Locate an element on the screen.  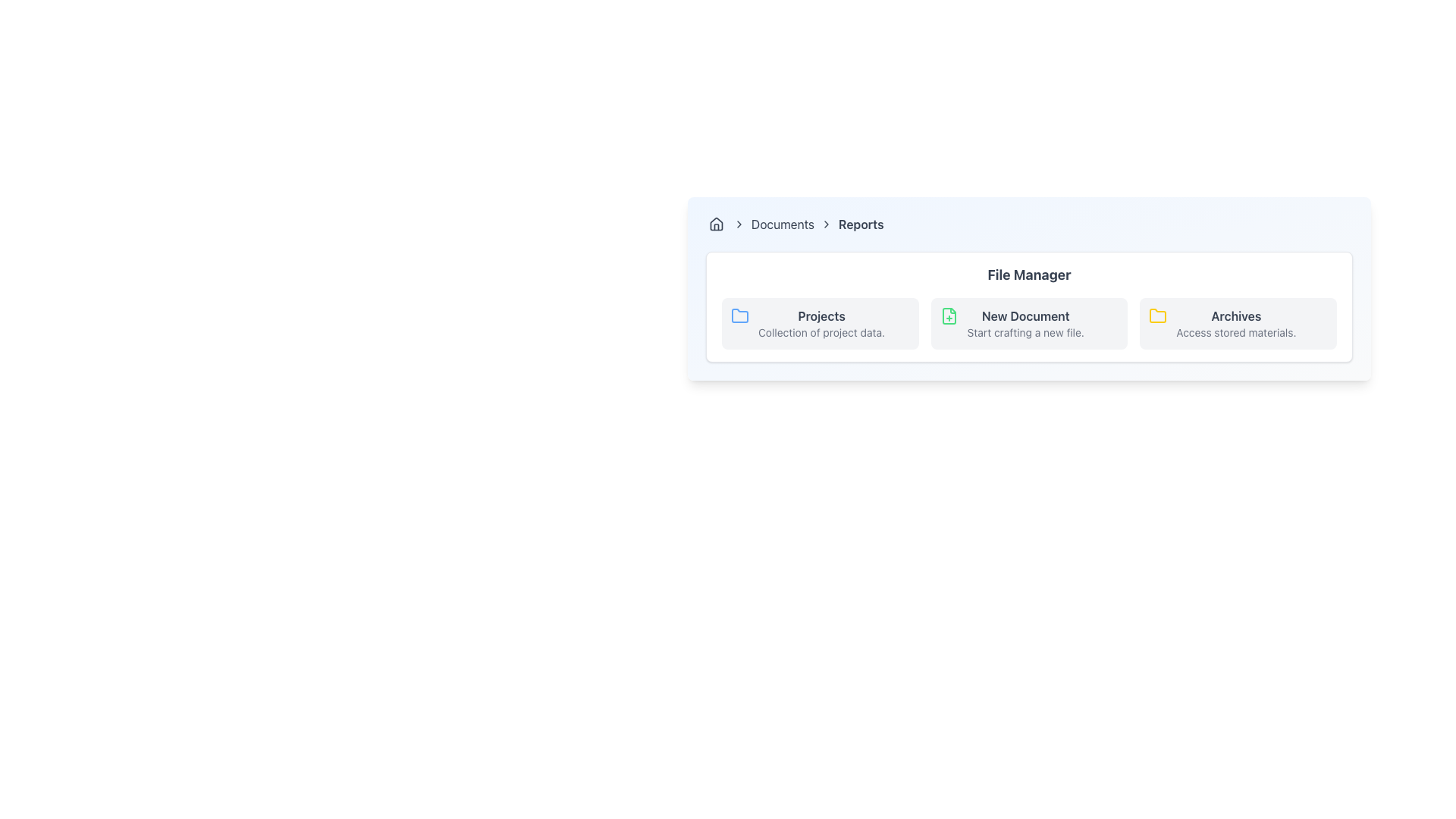
the third right-facing chevron icon in the breadcrumb navigation bar, located between the 'Documents' and 'Reports' text items is located at coordinates (825, 224).